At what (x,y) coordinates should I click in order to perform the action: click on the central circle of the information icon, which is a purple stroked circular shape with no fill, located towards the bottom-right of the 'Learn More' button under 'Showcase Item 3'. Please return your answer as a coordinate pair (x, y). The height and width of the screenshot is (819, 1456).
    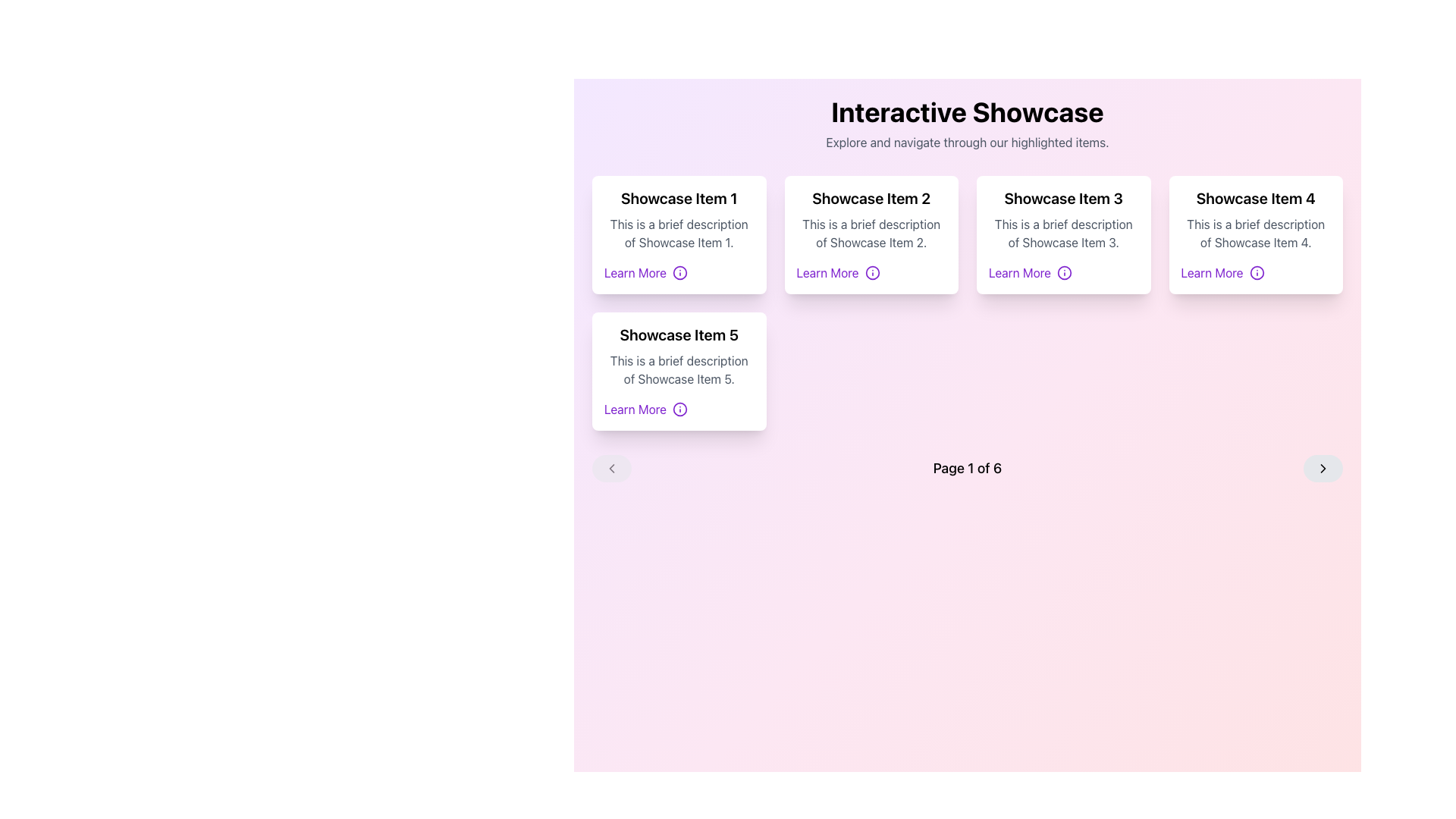
    Looking at the image, I should click on (1064, 271).